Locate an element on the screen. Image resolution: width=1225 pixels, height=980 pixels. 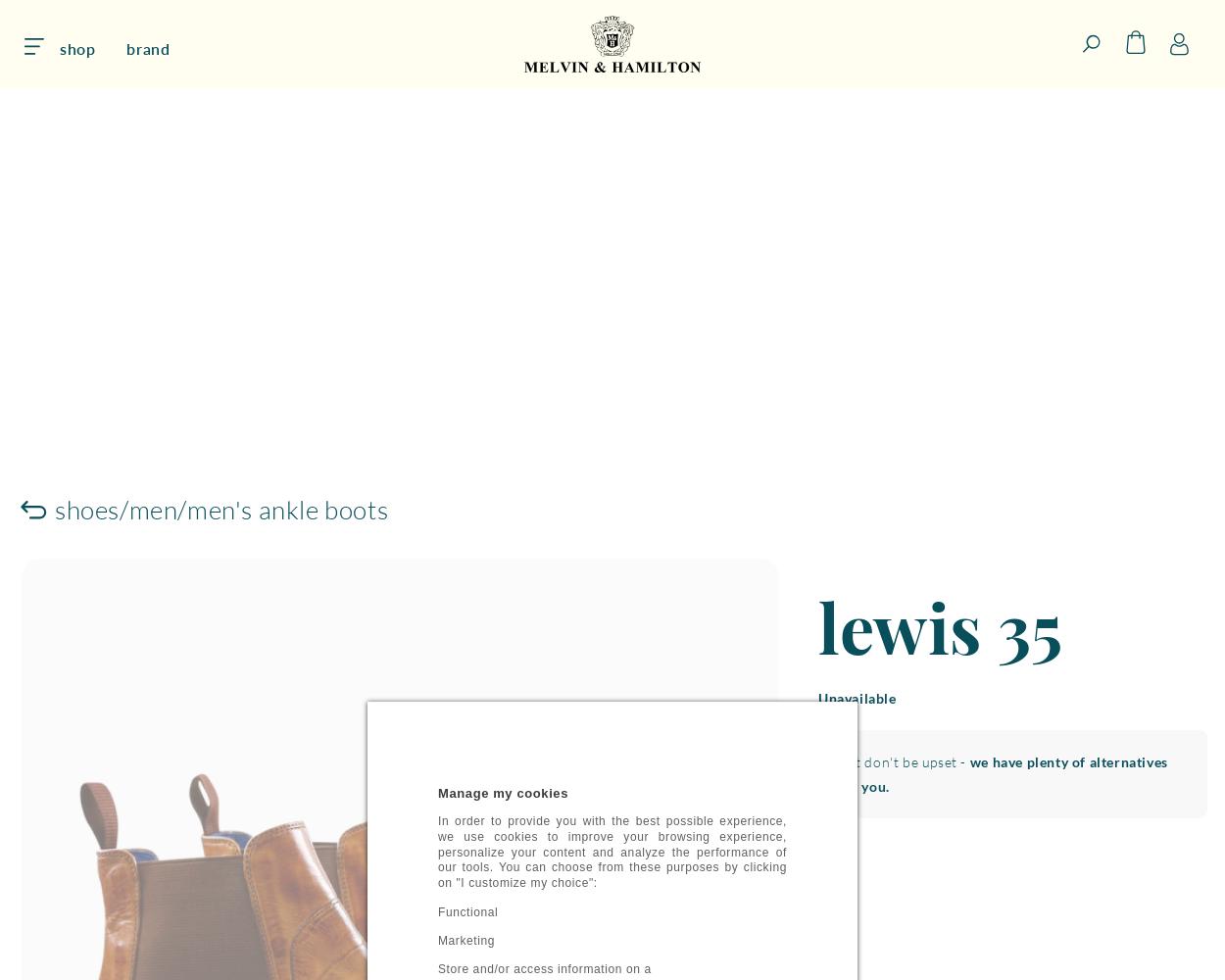
'we have plenty of alternatives for you.' is located at coordinates (1003, 773).